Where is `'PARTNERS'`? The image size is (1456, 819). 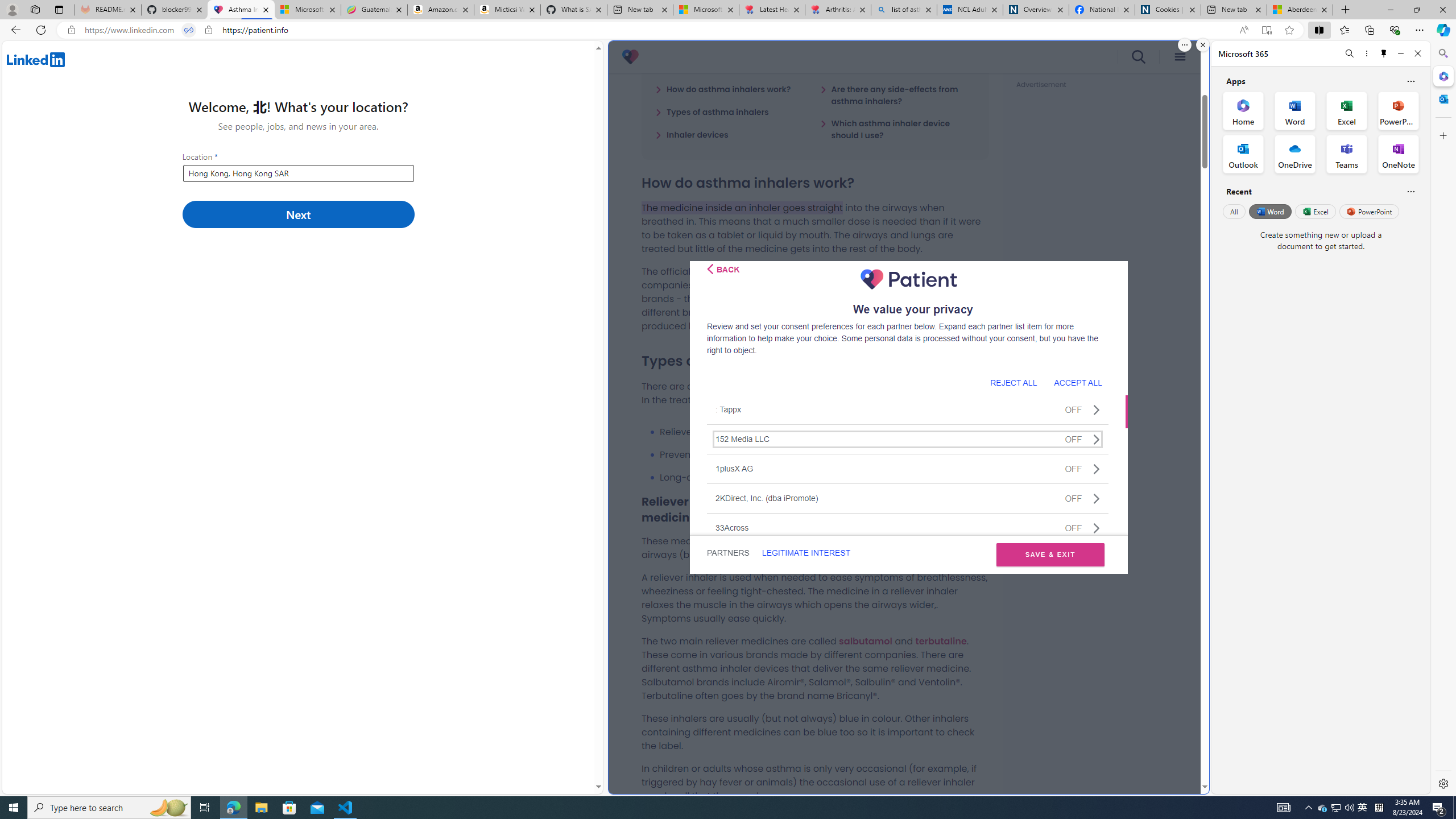
'PARTNERS' is located at coordinates (728, 553).